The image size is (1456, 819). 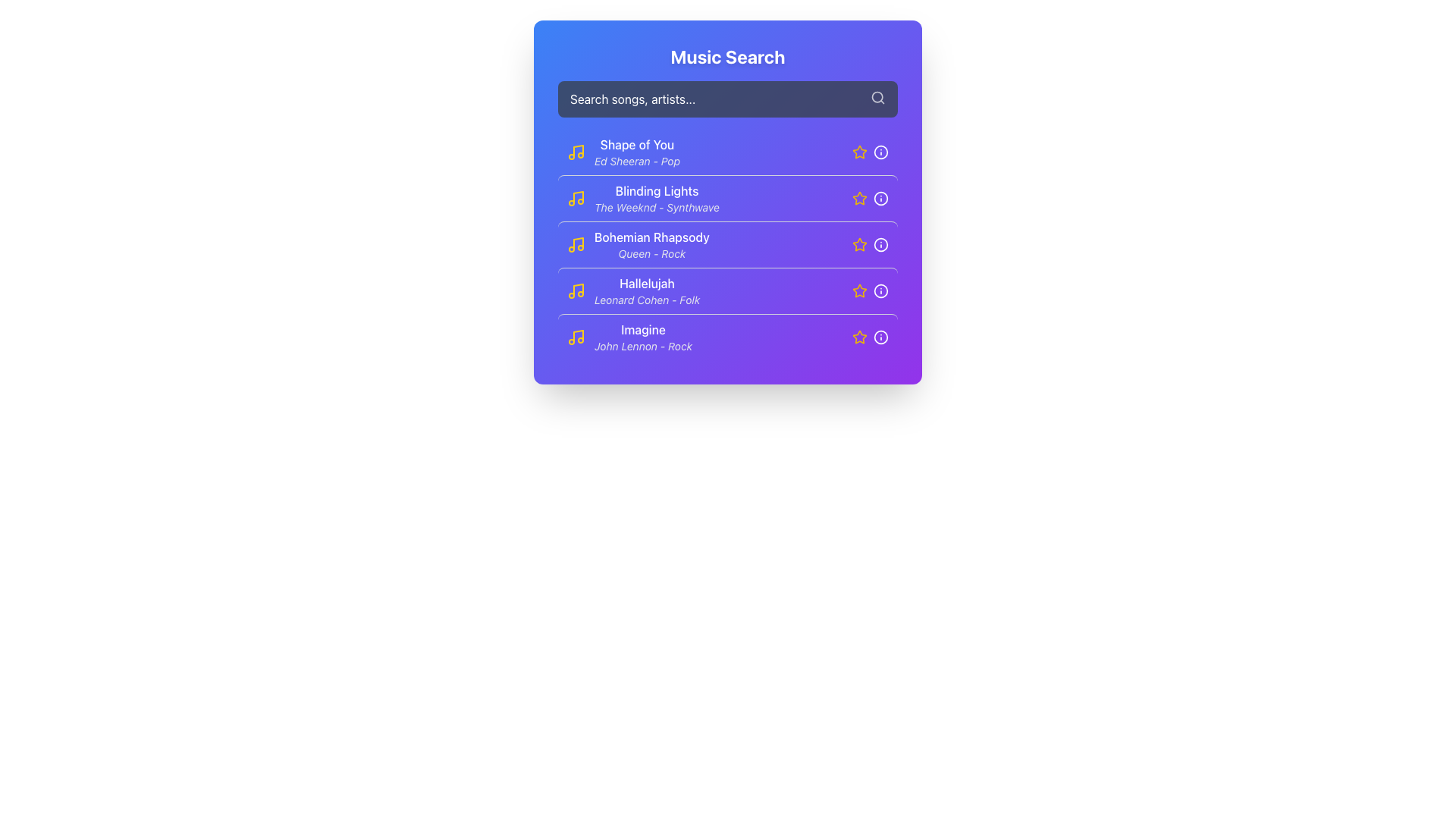 What do you see at coordinates (870, 198) in the screenshot?
I see `the yellow outlined star icon located to the right of the song title 'Blinding Lights by The Weeknd'` at bounding box center [870, 198].